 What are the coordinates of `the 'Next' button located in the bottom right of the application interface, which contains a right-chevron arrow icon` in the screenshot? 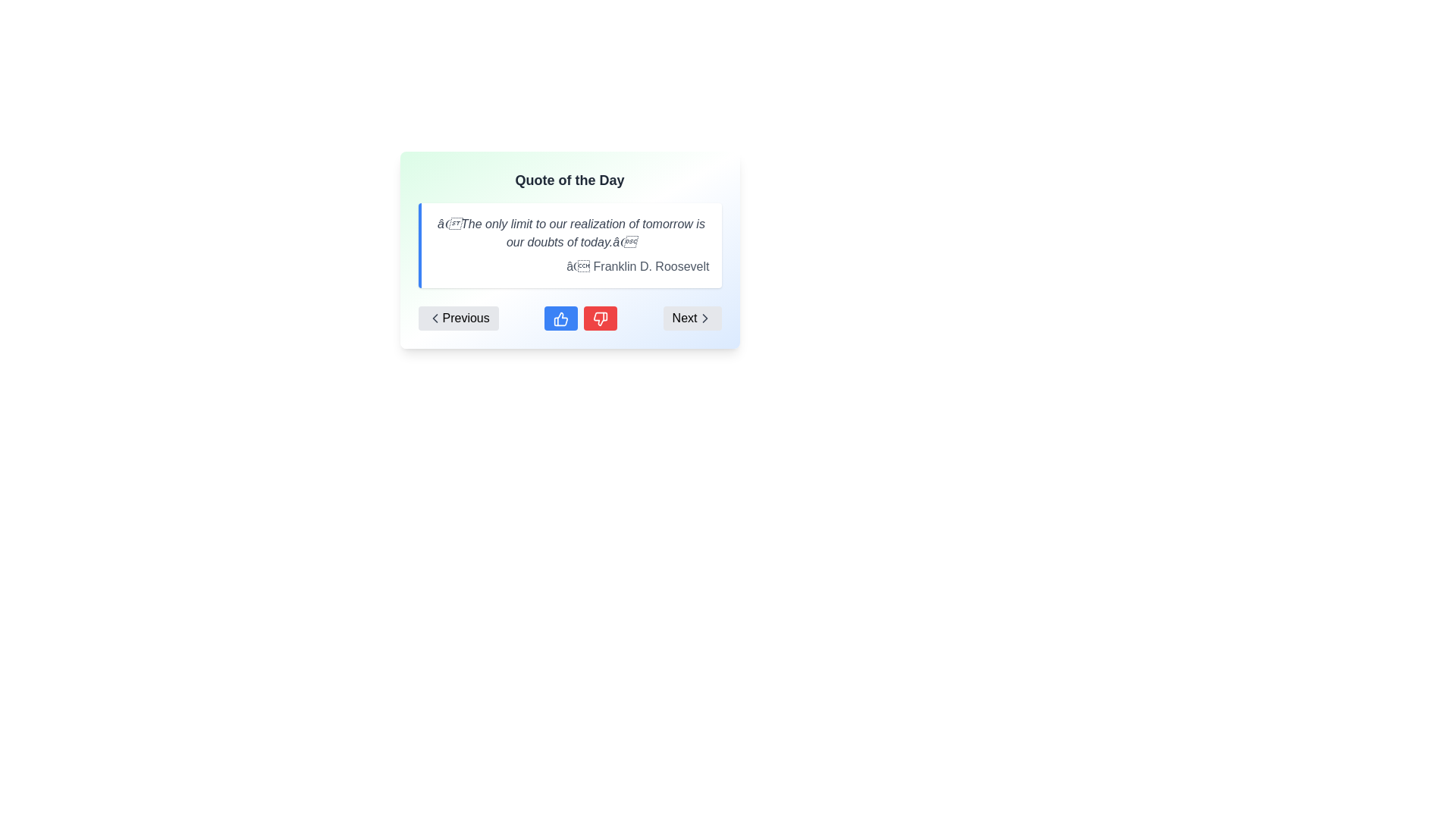 It's located at (704, 318).